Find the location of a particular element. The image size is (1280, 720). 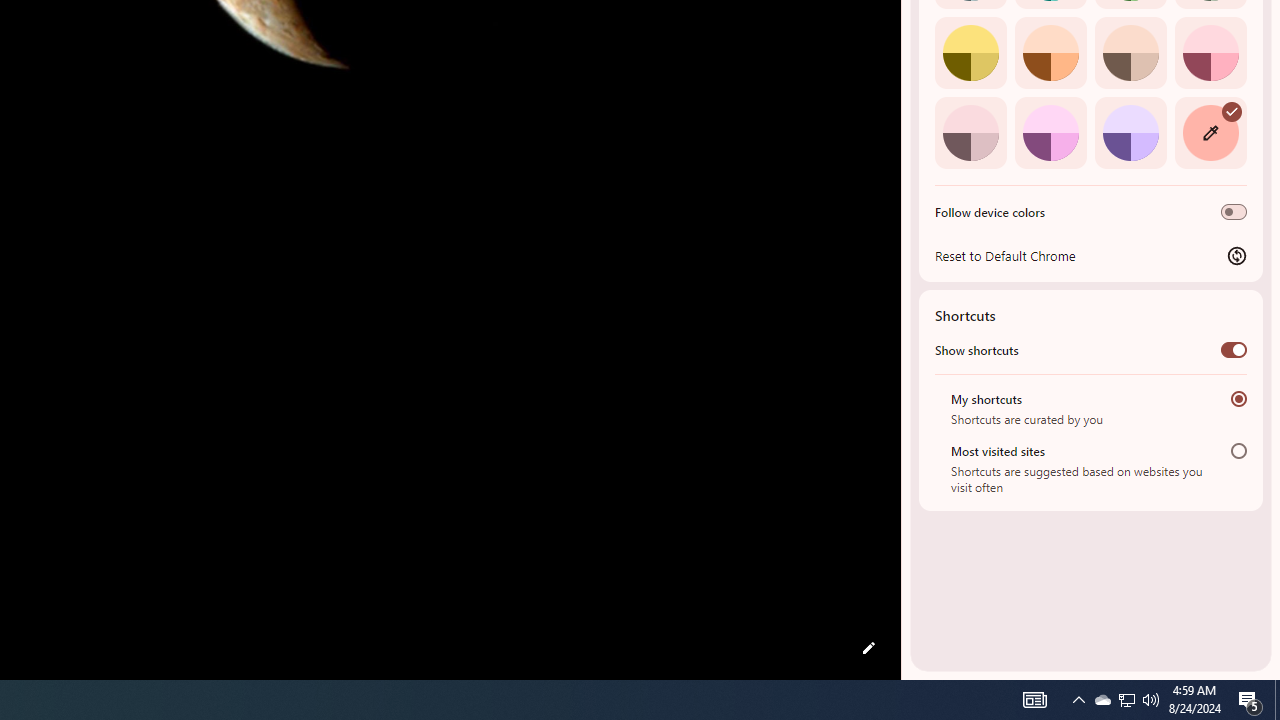

'My shortcuts' is located at coordinates (1238, 398).